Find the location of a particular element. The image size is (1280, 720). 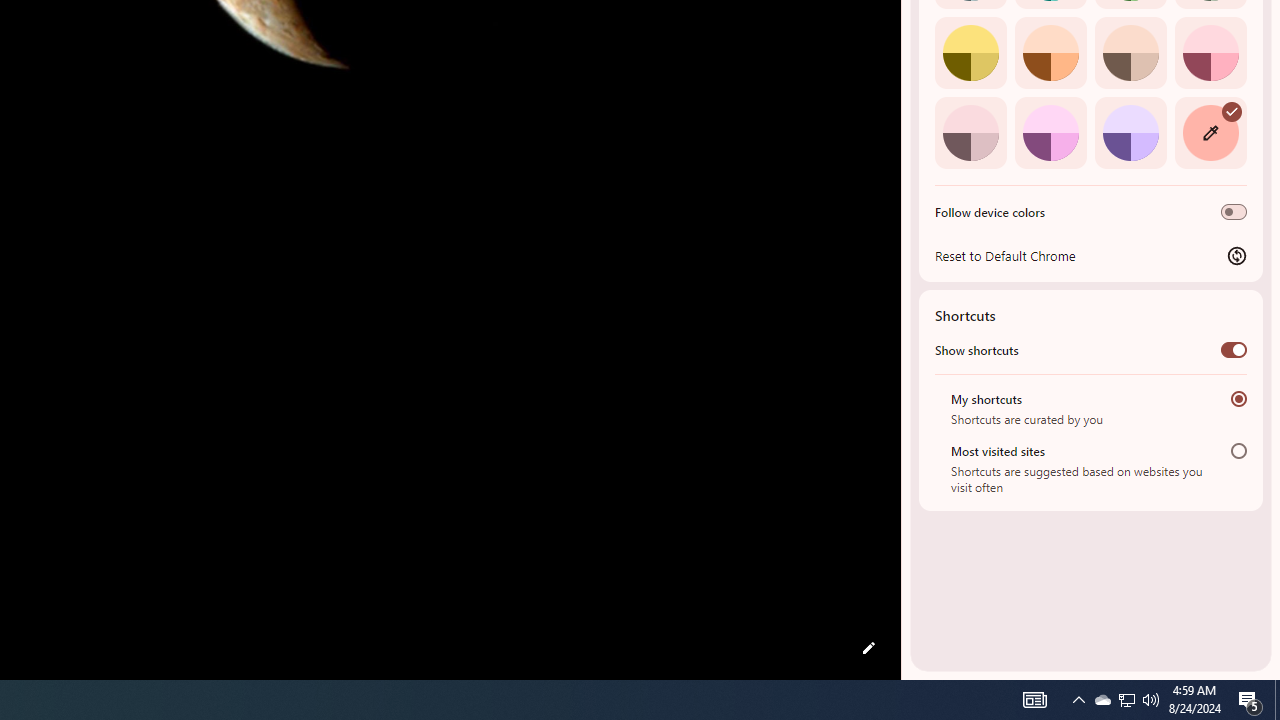

'My shortcuts' is located at coordinates (1238, 398).